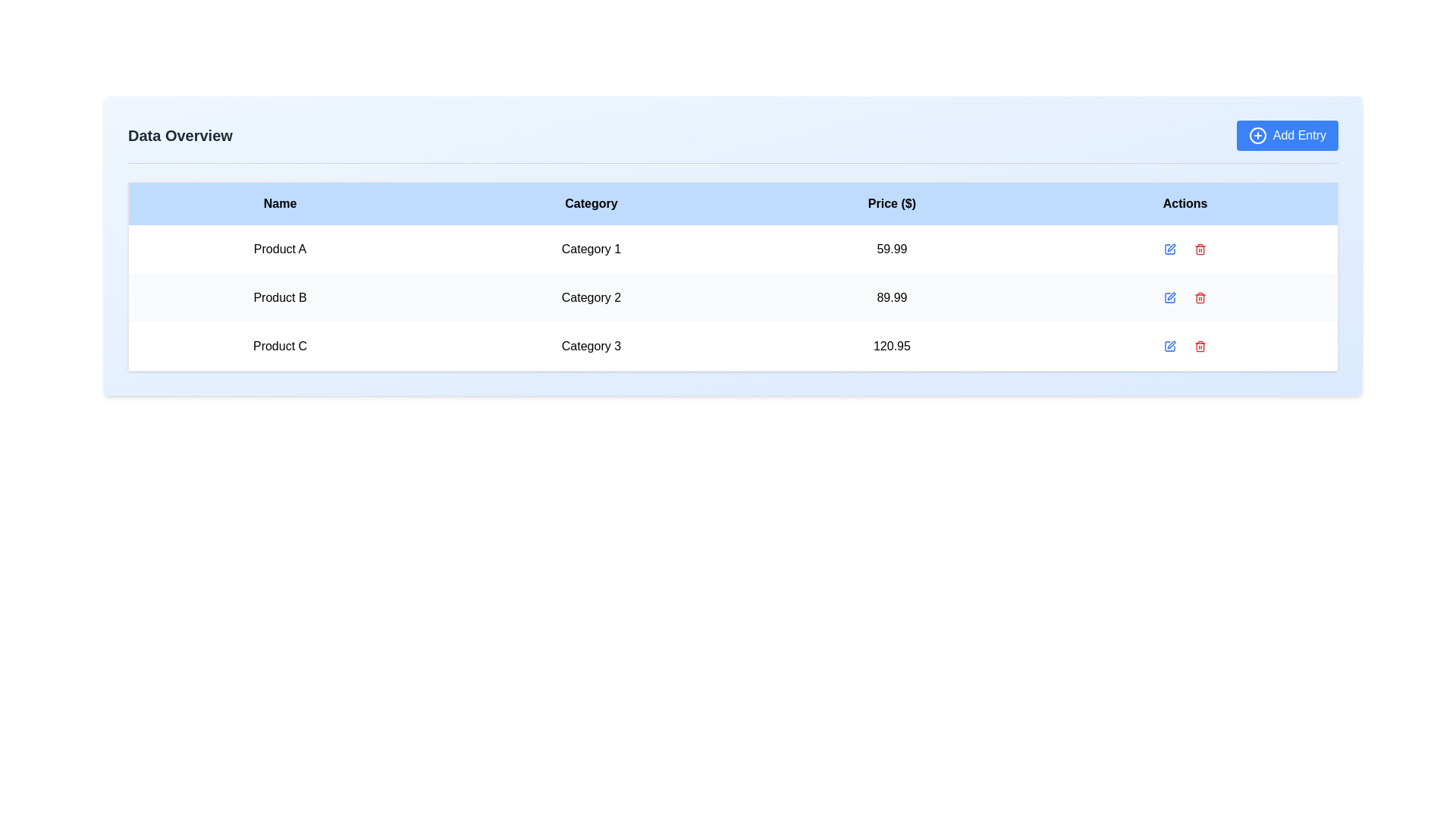  What do you see at coordinates (1200, 298) in the screenshot?
I see `the red trash bin icon representing the delete action, which is the second icon in the 'Actions' column of the second row of the product information table to trigger a hover effect` at bounding box center [1200, 298].